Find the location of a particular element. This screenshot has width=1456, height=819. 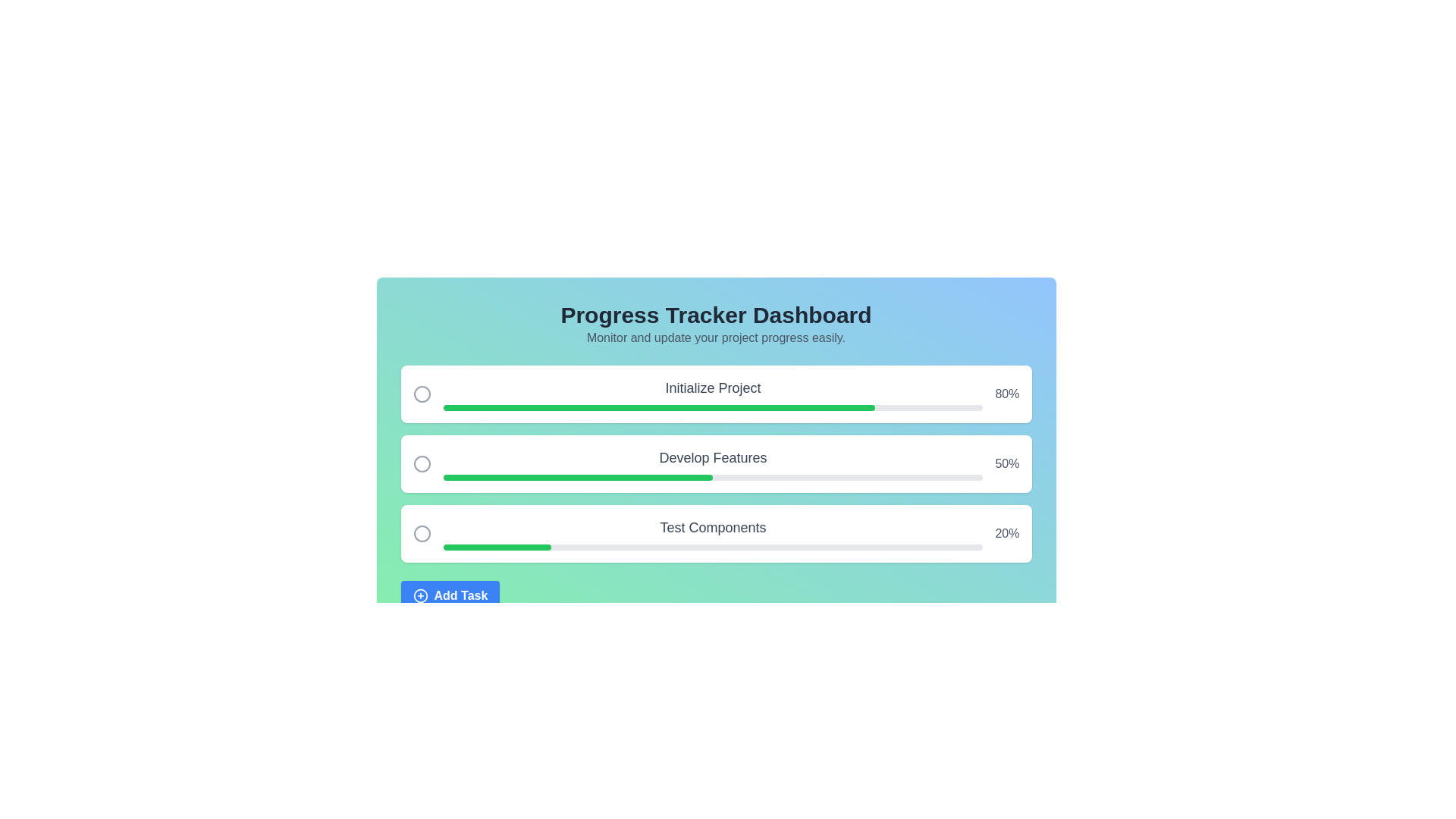

details of the Circle SVG Element located in the bottom-left corner of the interface, adjacent to the 'Add Task' button using developer tools is located at coordinates (420, 595).